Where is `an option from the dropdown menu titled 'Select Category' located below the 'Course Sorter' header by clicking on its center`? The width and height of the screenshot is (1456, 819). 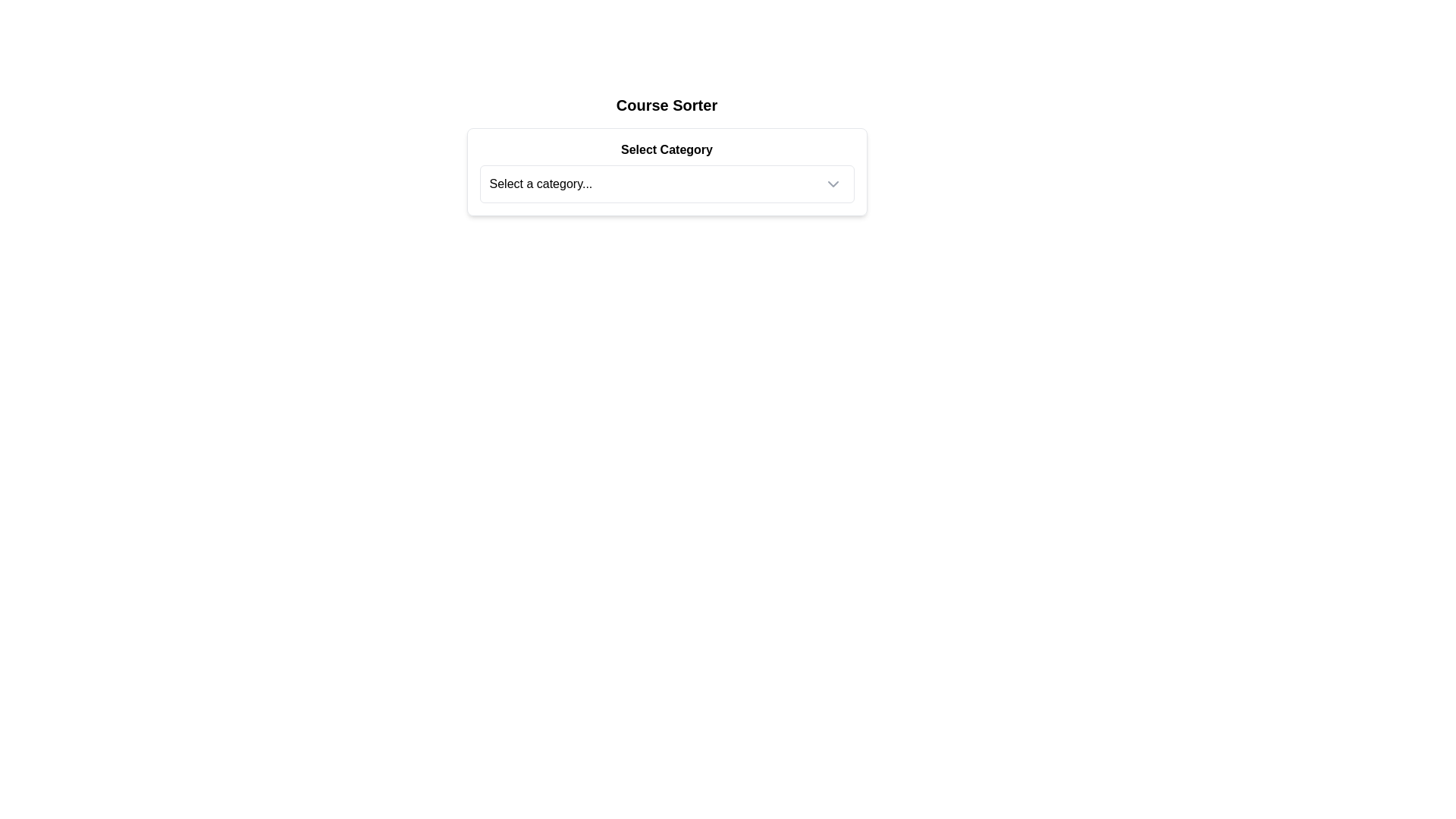
an option from the dropdown menu titled 'Select Category' located below the 'Course Sorter' header by clicking on its center is located at coordinates (667, 171).